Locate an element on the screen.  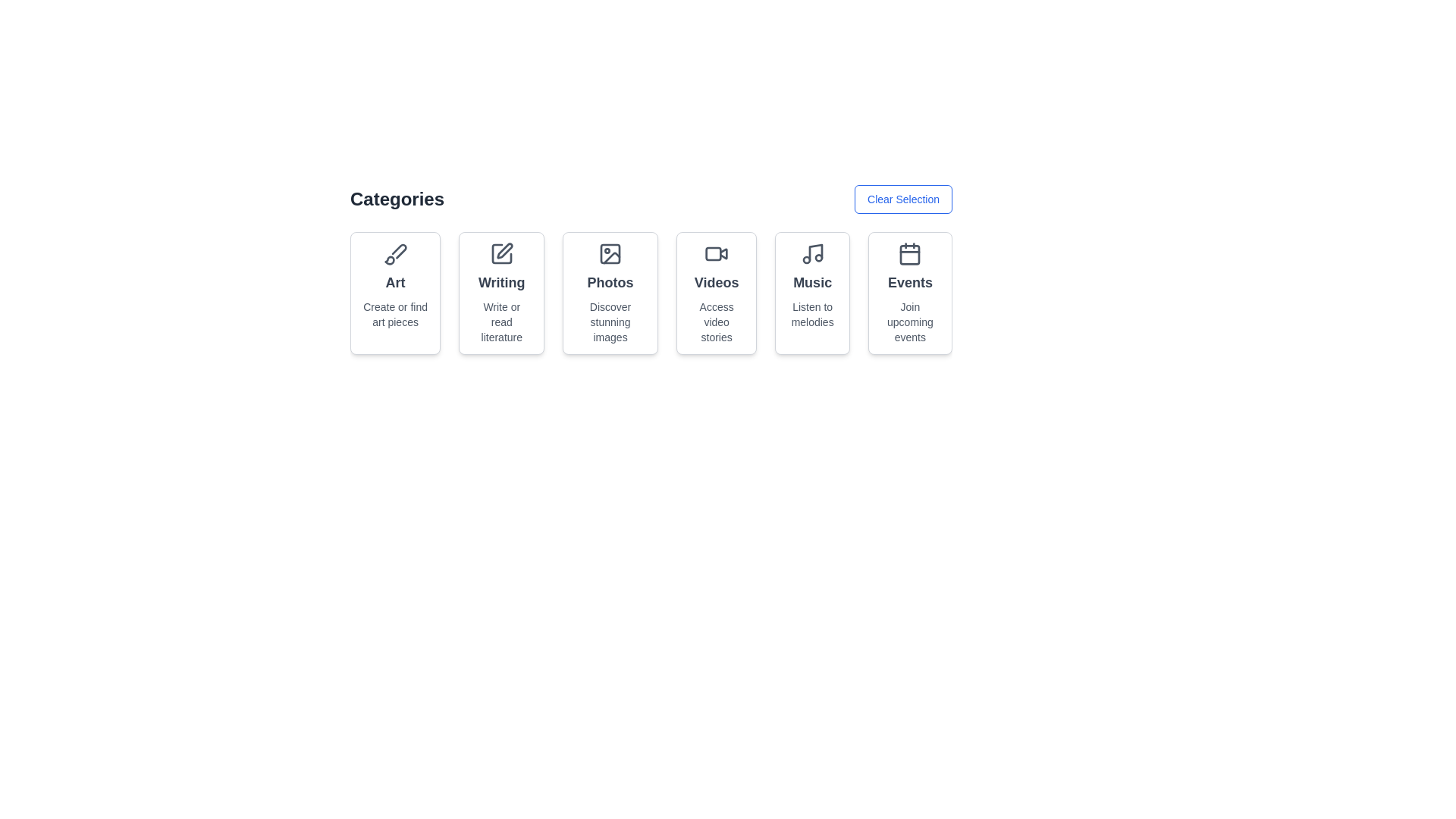
the photo icon located in the third category option labeled 'Photos', which is part of an icon group and positioned centrally within its containing card is located at coordinates (611, 257).